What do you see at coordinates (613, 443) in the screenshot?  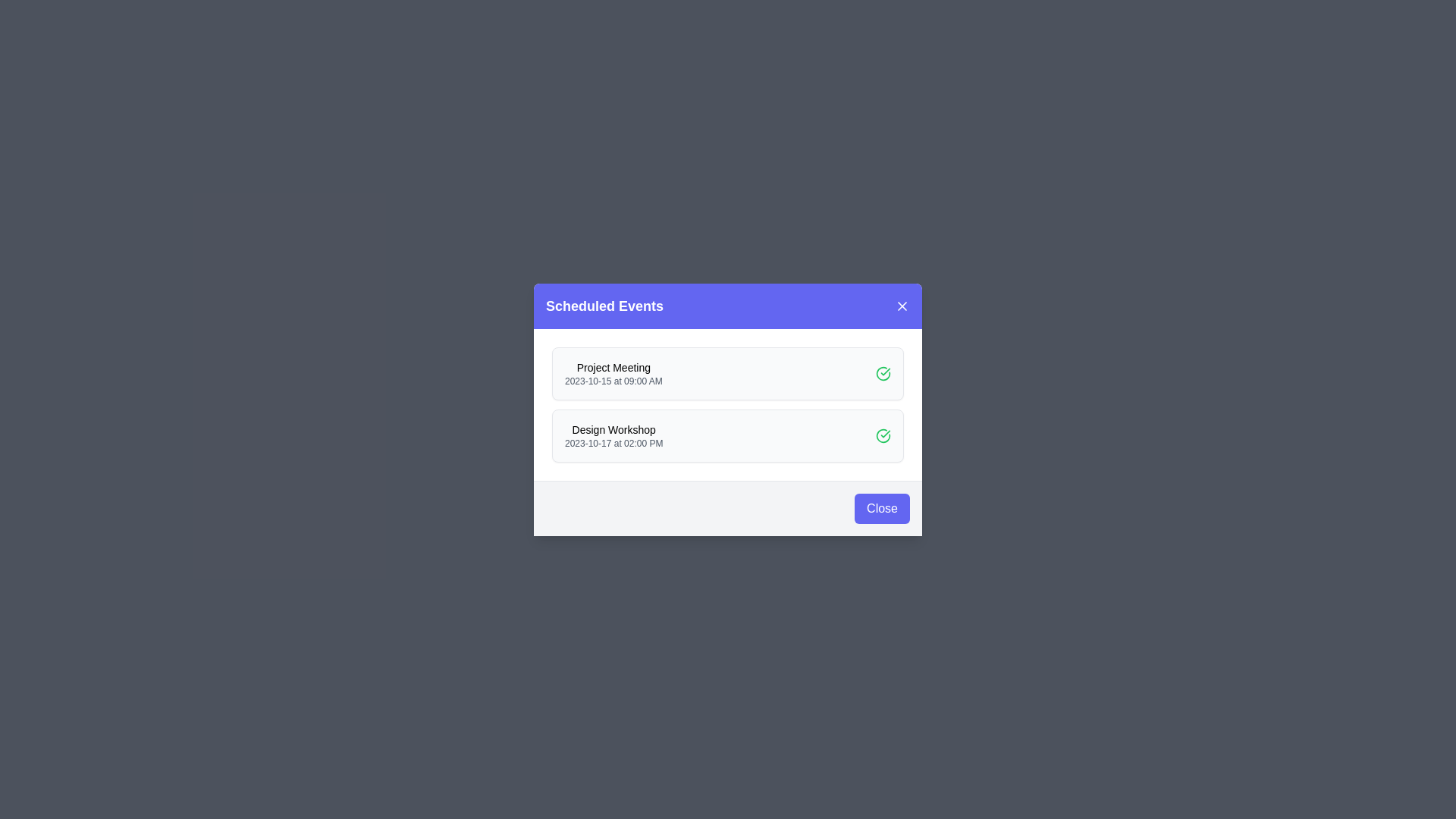 I see `the Text label displaying the scheduled date and time for the 'Design Workshop' event, which is located within the 'Scheduled Events' modal, directly beneath the 'Design Workshop' header` at bounding box center [613, 443].